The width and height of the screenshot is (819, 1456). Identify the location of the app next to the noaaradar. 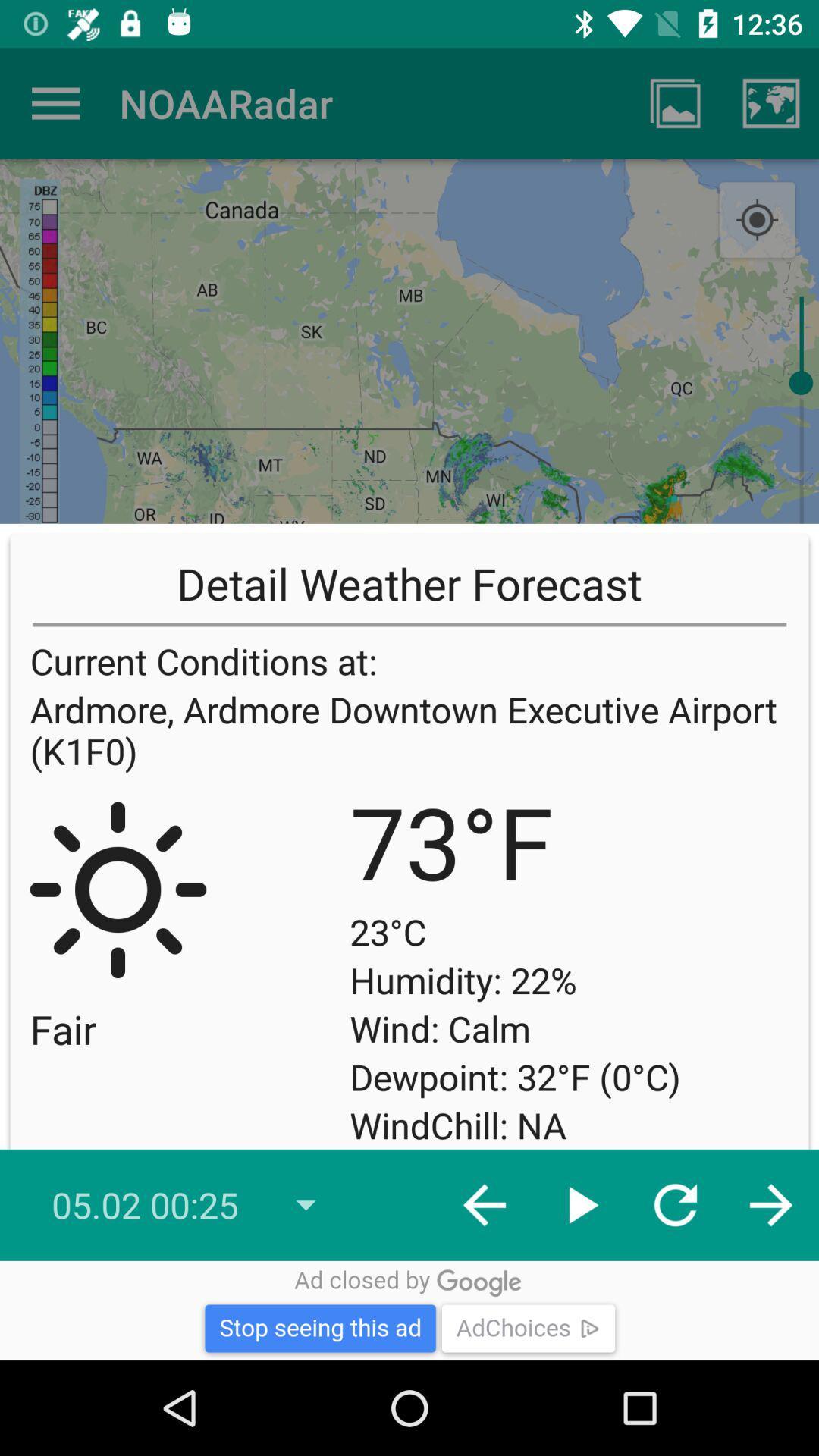
(55, 102).